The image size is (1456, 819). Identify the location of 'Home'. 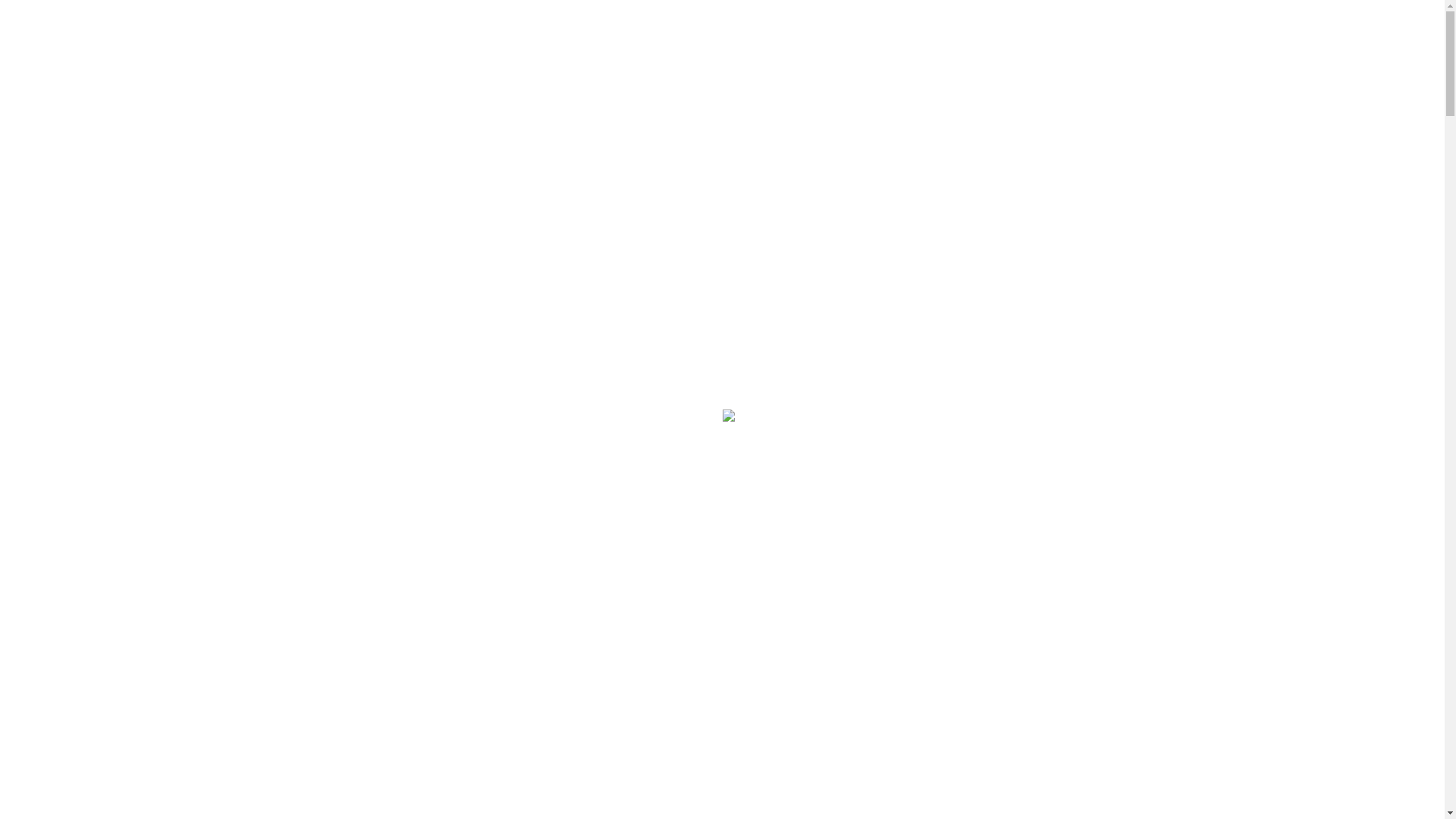
(51, 107).